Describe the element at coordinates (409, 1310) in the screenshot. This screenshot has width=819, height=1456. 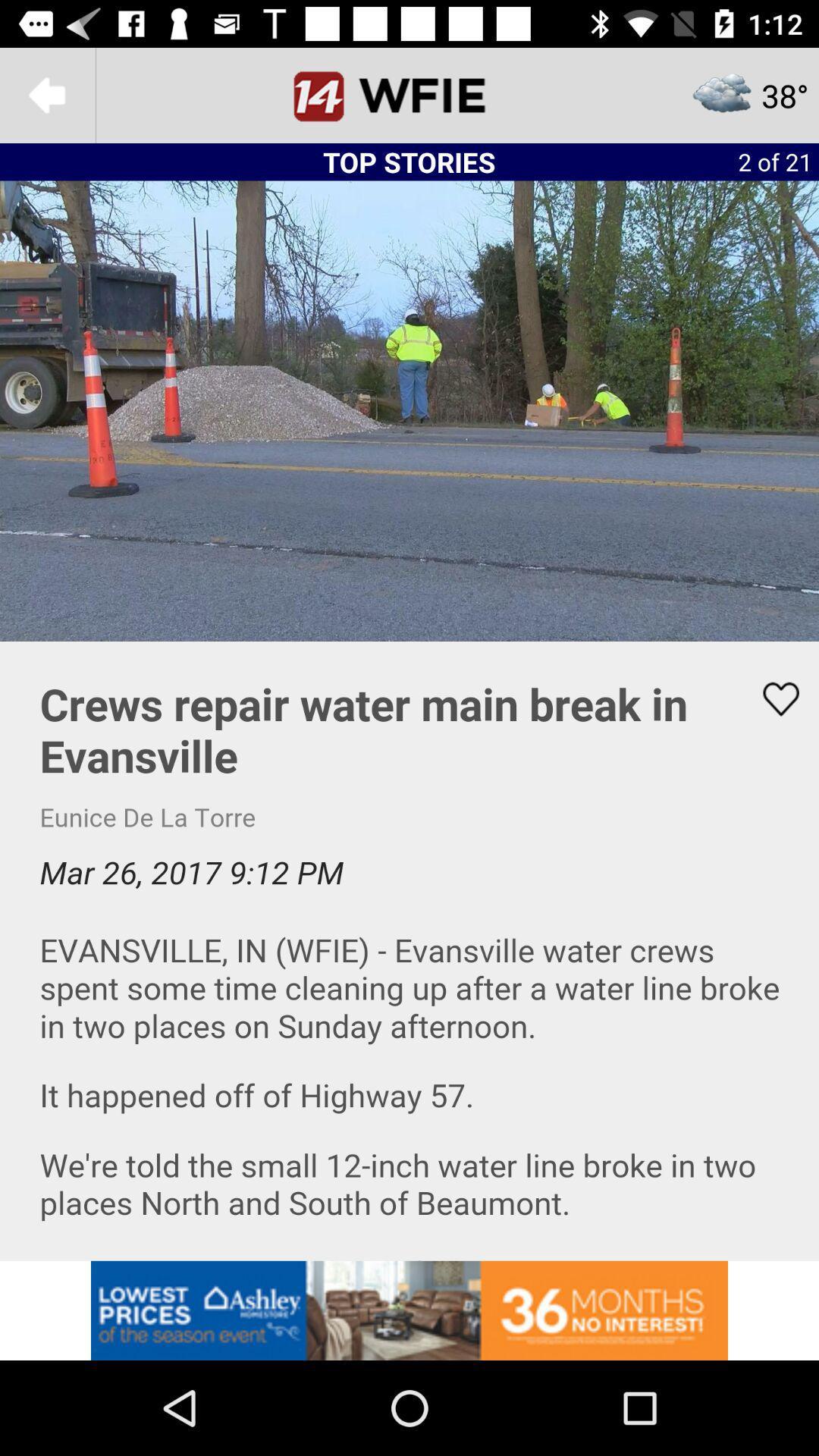
I see `advertisement` at that location.